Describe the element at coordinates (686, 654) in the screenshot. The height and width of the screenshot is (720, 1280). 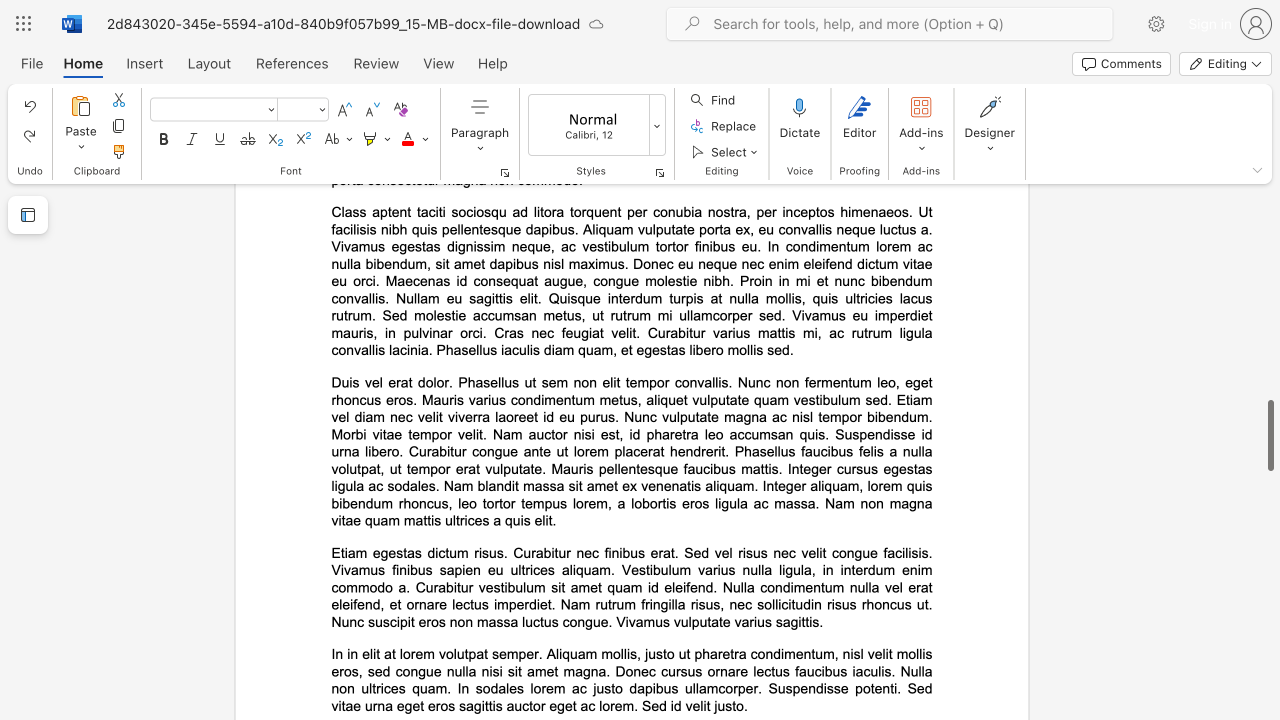
I see `the subset text "t pharetra condimentum, nisl velit mollis eros, sed congue nulla nisi sit amet magna. Donec cursus ornare lectus faucibus iaculis. Null" within the text "In in elit at lorem volutpat semper. Aliquam mollis, justo ut pharetra condimentum, nisl velit mollis eros, sed congue nulla nisi sit amet magna. Donec cursus ornare lectus faucibus iaculis. Nulla non ultrices quam. In sodales lorem ac justo dapibus ullamcorper. Suspendisse potenti. Sed vitae urna eget eros sagittis auctor eget ac lorem. Sed id velit justo."` at that location.